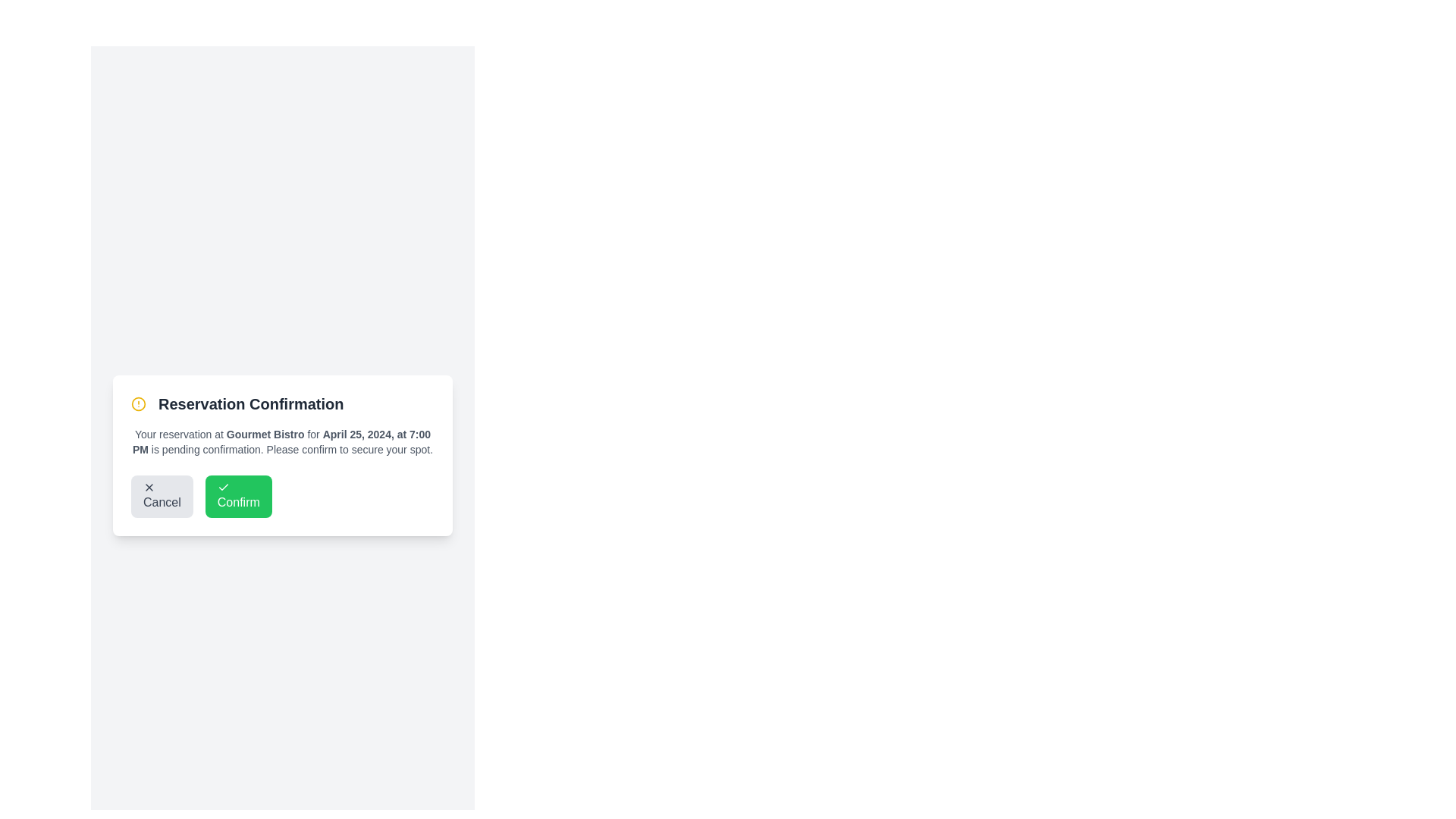  I want to click on the green 'Confirm' button with a checkmark icon to confirm the action, so click(237, 497).